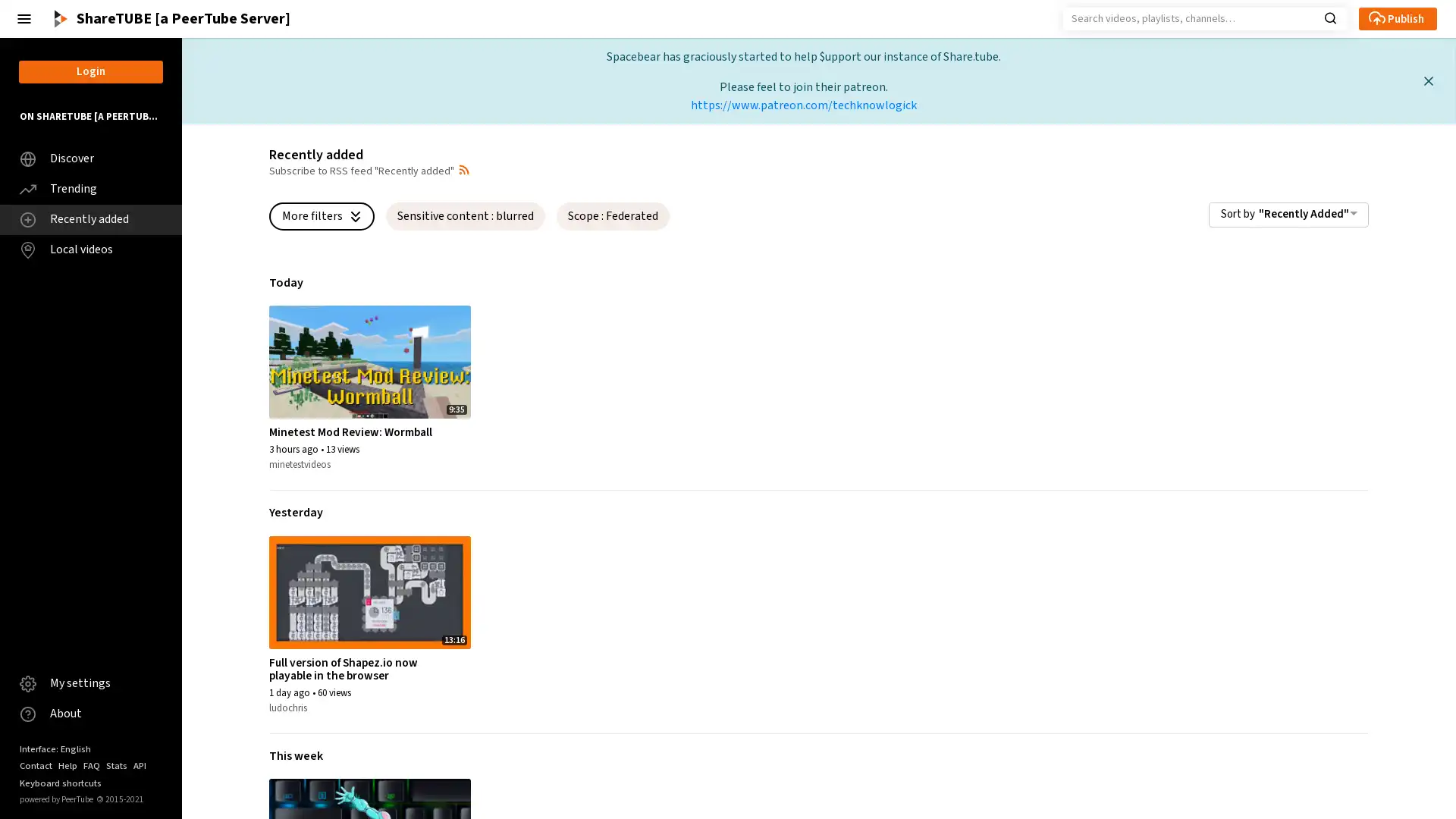  I want to click on Interface: English, so click(55, 748).